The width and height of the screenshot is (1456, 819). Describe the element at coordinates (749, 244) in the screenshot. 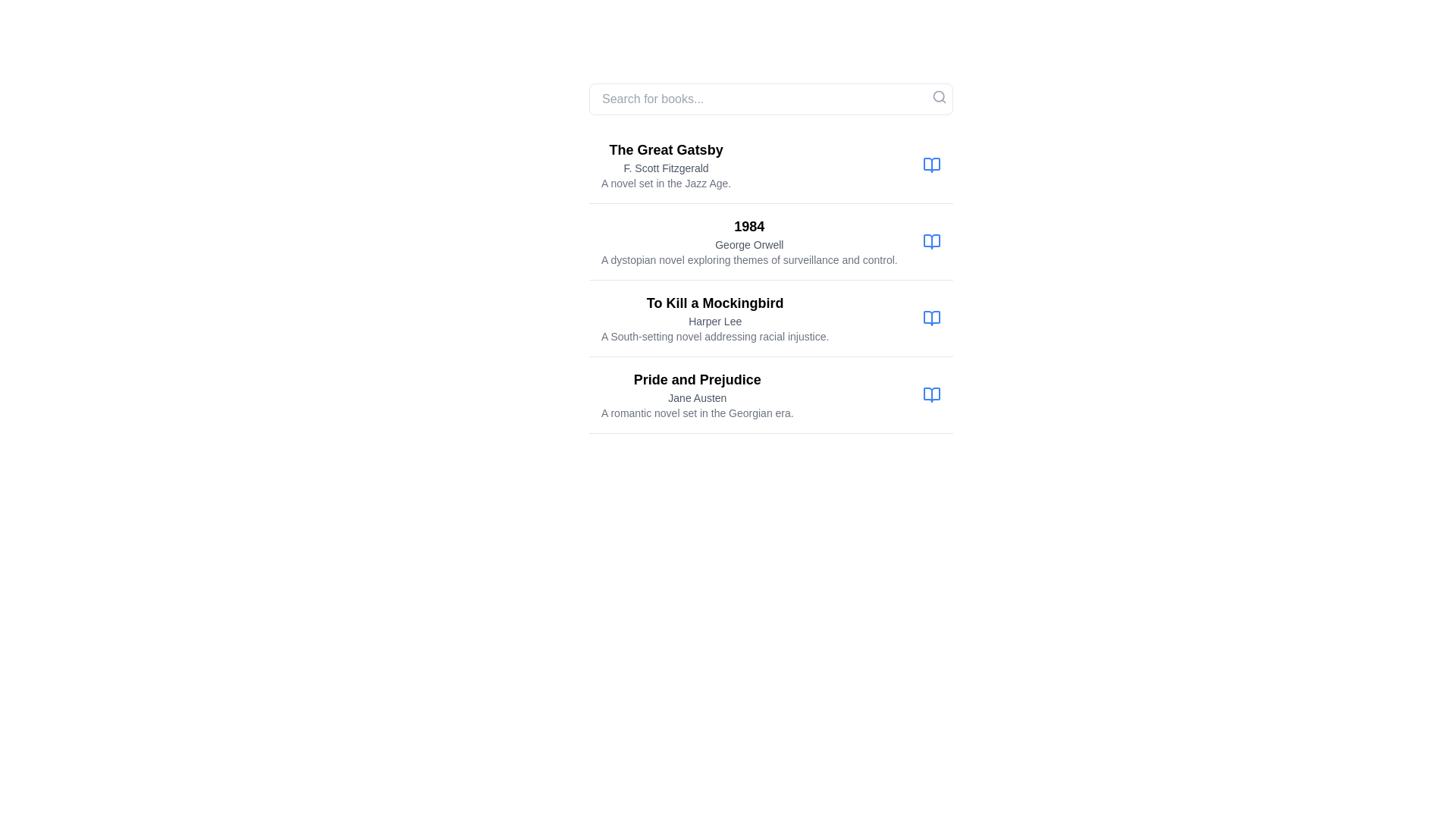

I see `the text label displaying 'George Orwell' located beneath the title '1984' in a smaller and lighter font` at that location.